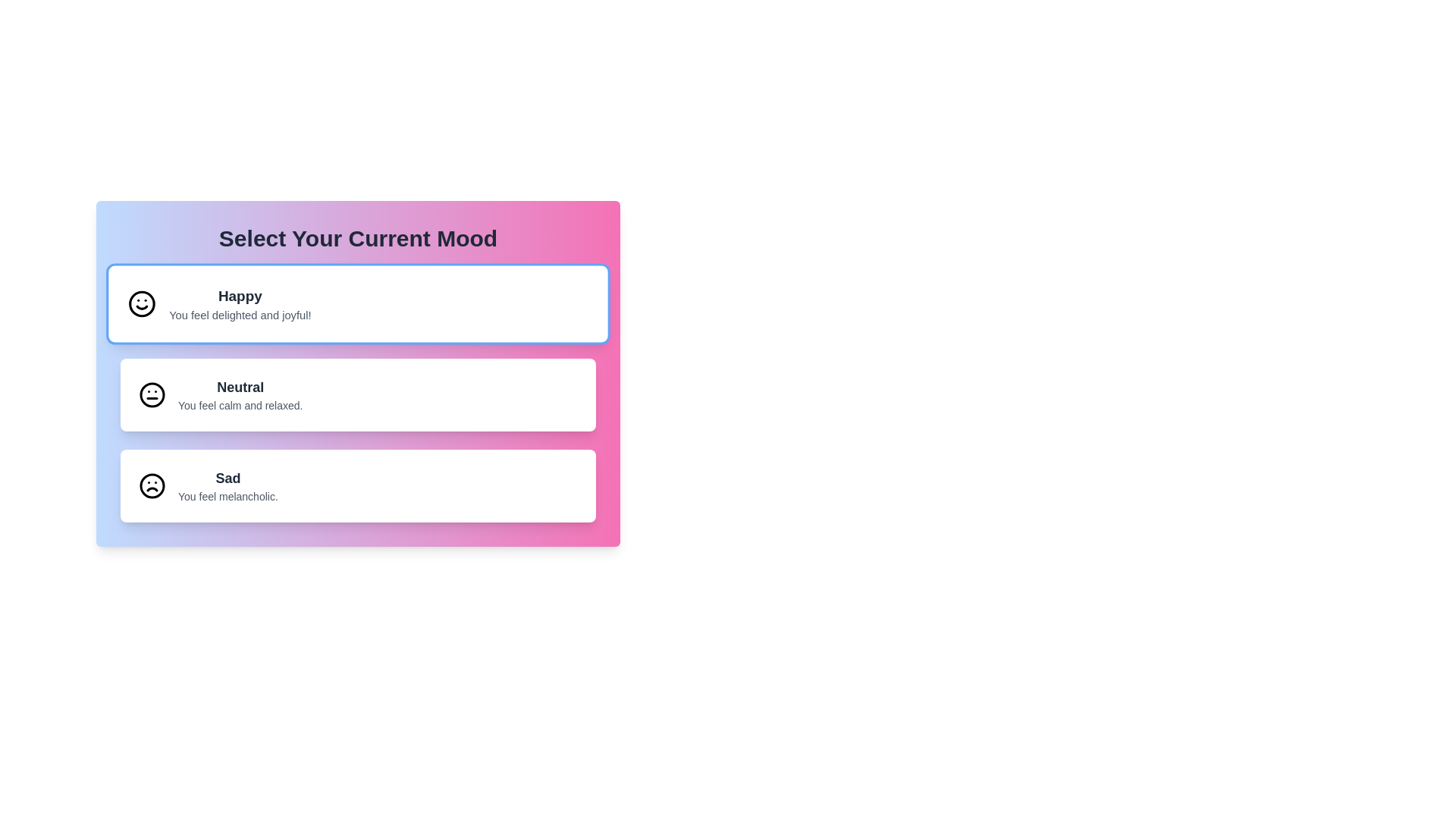 The height and width of the screenshot is (819, 1456). What do you see at coordinates (239, 314) in the screenshot?
I see `the text element displaying 'You feel delighted and joyful!' which is located beneath the title 'Happy' in the mood selection card` at bounding box center [239, 314].